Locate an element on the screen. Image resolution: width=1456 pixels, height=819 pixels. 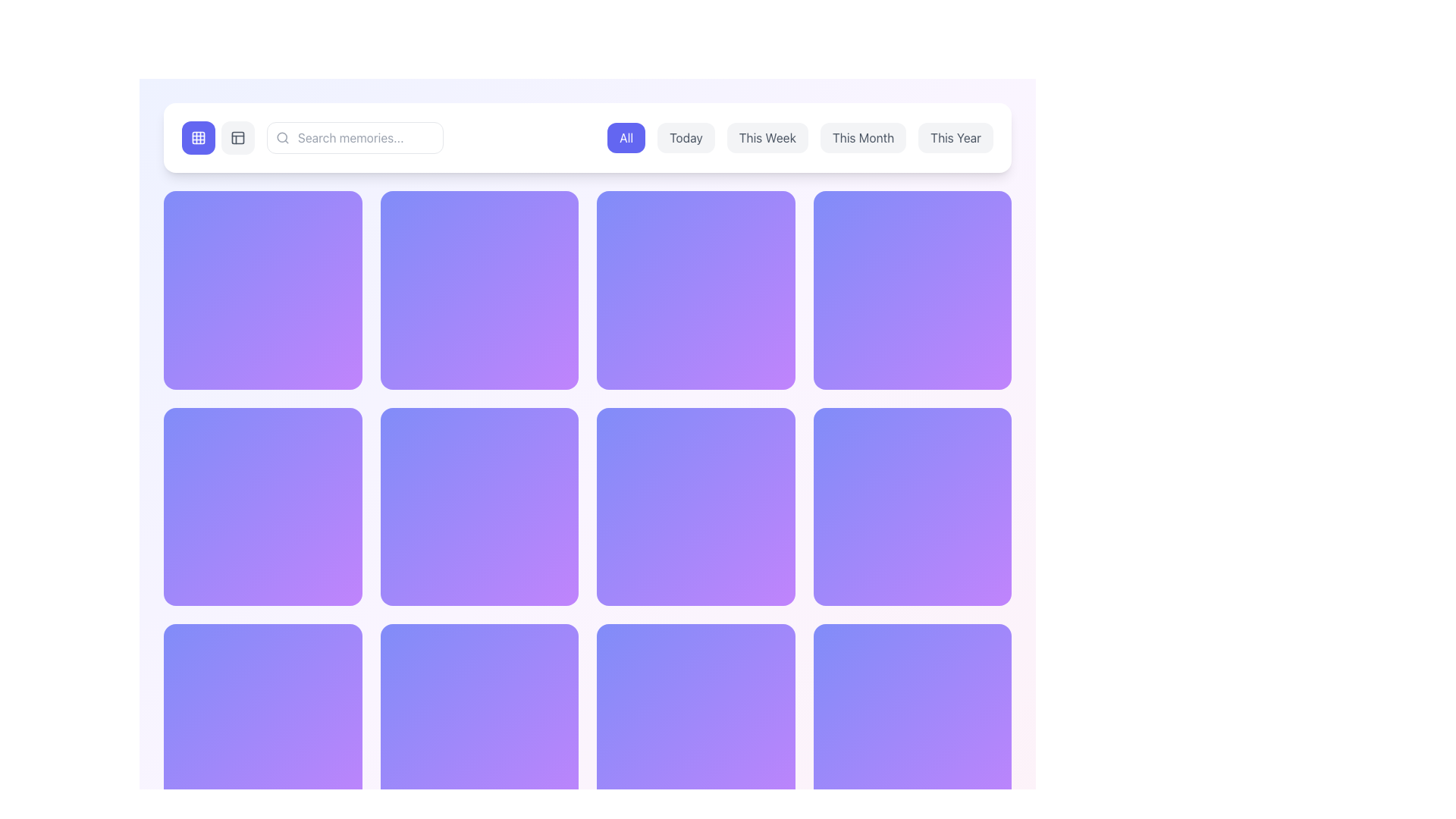
the circular button located is located at coordinates (986, 432).